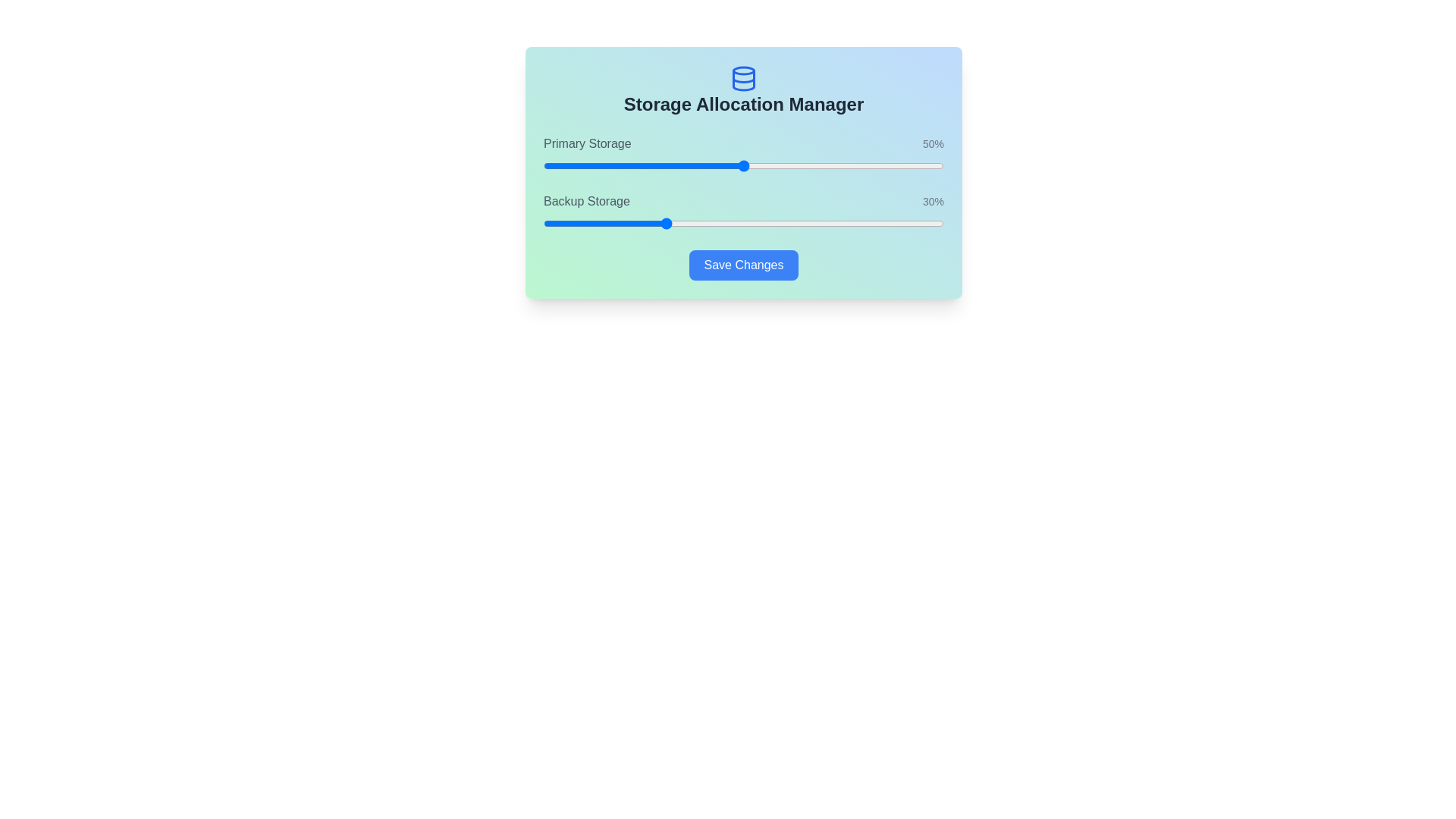  I want to click on the Primary Storage slider to set its value to 39, so click(698, 166).